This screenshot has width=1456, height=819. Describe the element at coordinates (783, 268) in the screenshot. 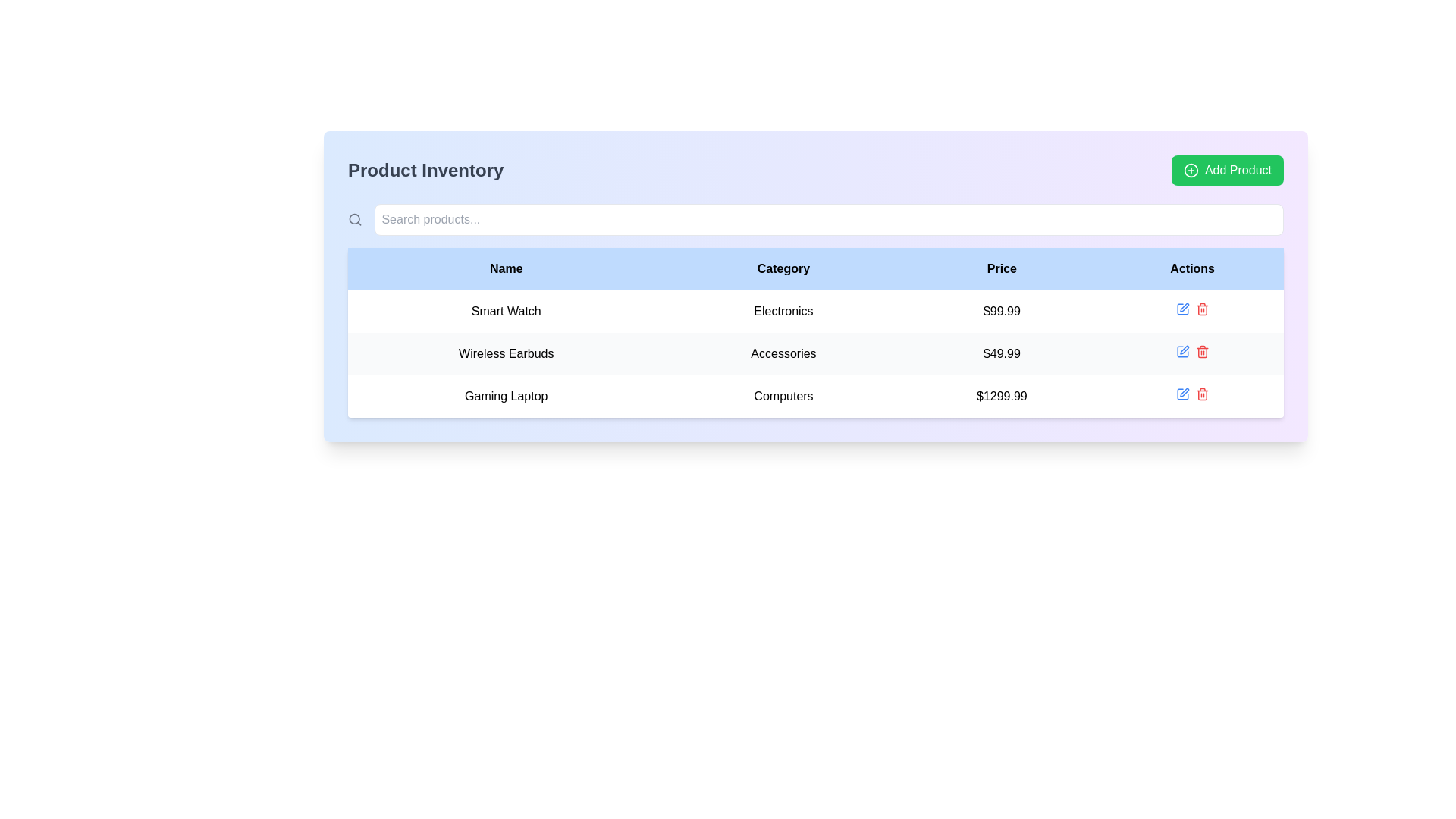

I see `the 'Category' static text label, which displays in bold black text on a light blue background, positioned between the 'Name' and 'Price' labels` at that location.